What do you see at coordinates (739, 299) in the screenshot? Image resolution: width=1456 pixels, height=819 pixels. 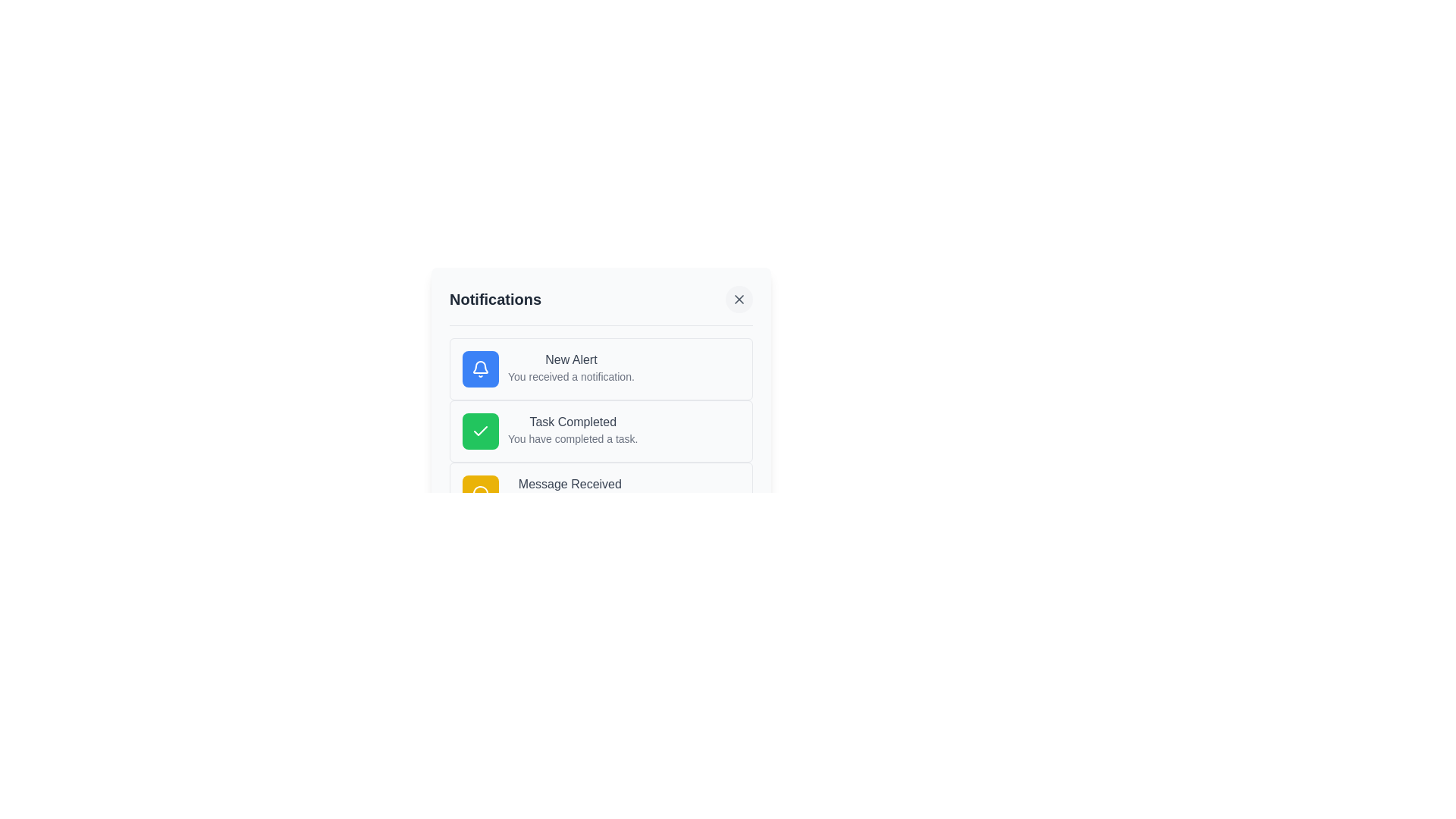 I see `the dismiss icon located in the top-right corner of the notifications section, which serves` at bounding box center [739, 299].